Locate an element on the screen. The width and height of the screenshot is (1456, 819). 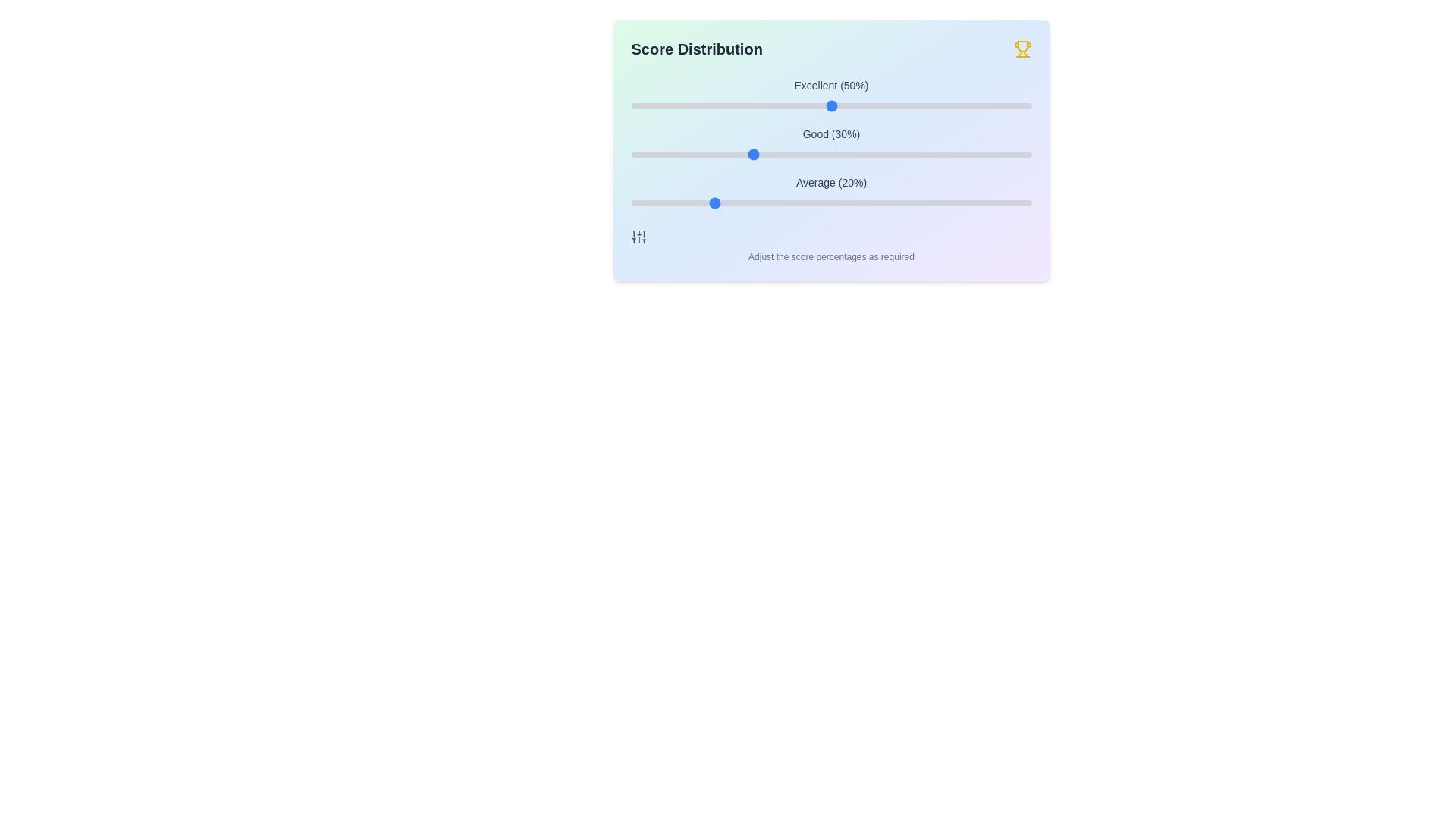
the slider for the 'Good' category to 22% is located at coordinates (718, 155).